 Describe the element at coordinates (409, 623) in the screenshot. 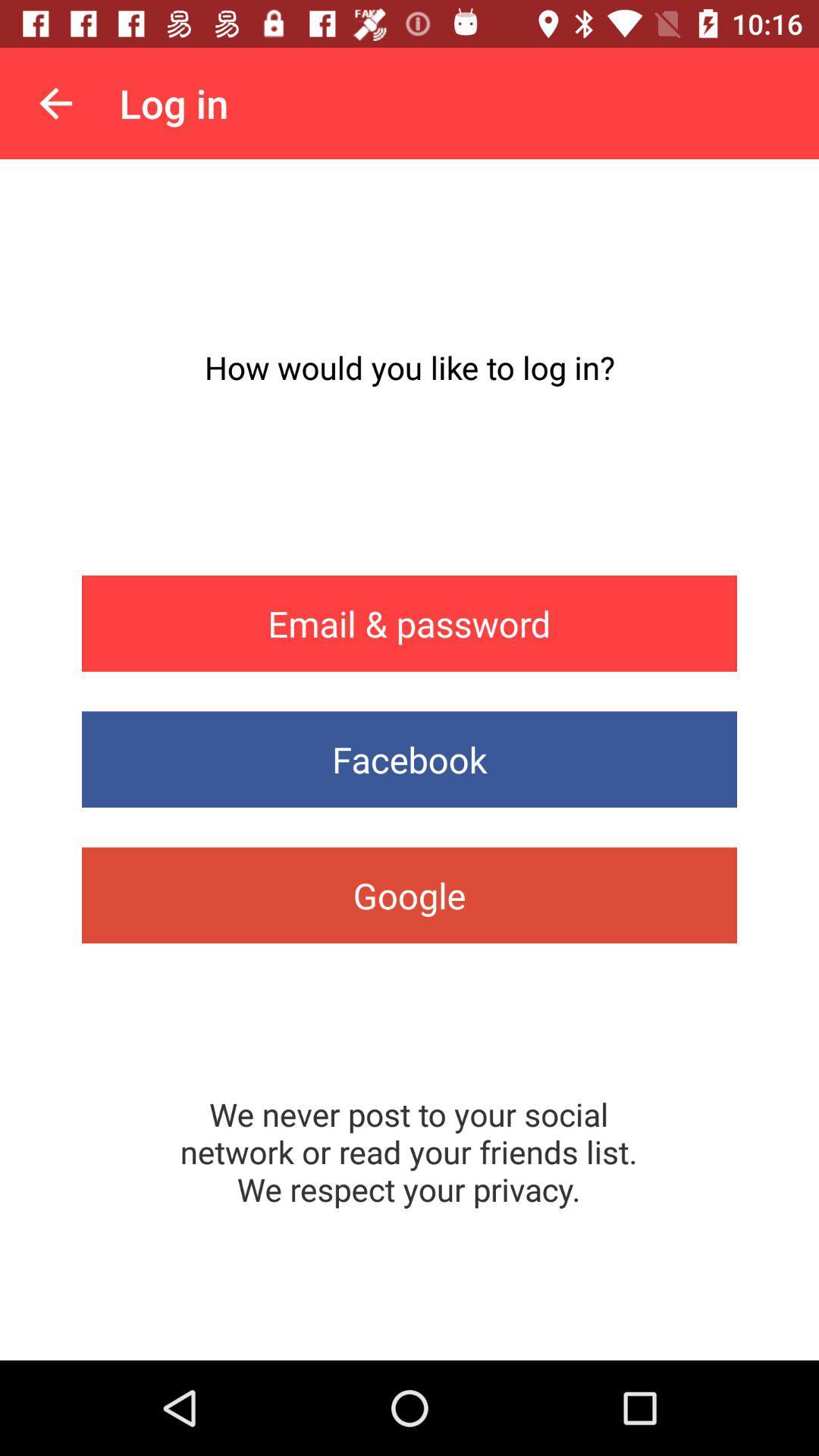

I see `icon above facebook` at that location.